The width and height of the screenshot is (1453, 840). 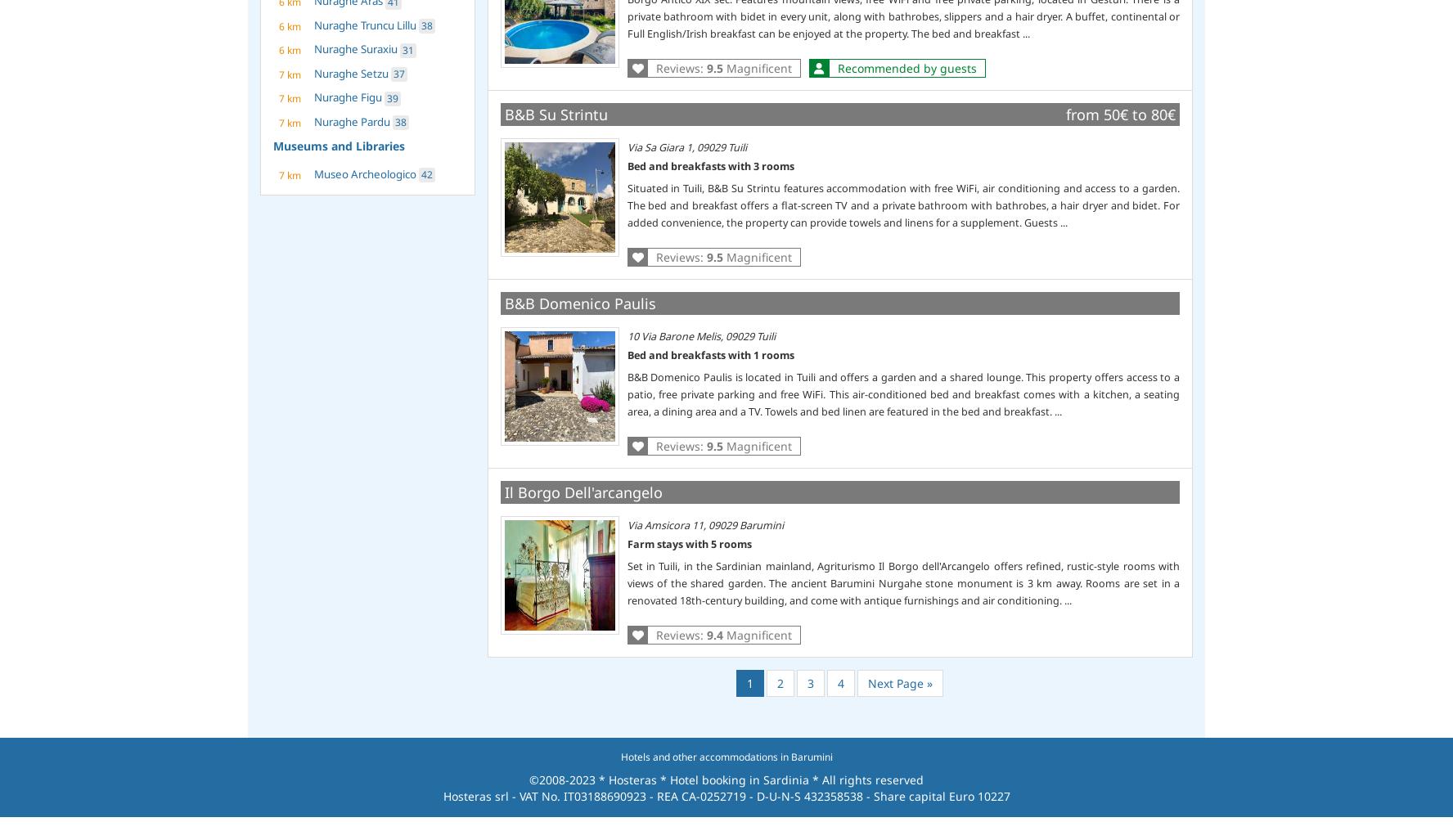 I want to click on '42', so click(x=421, y=173).